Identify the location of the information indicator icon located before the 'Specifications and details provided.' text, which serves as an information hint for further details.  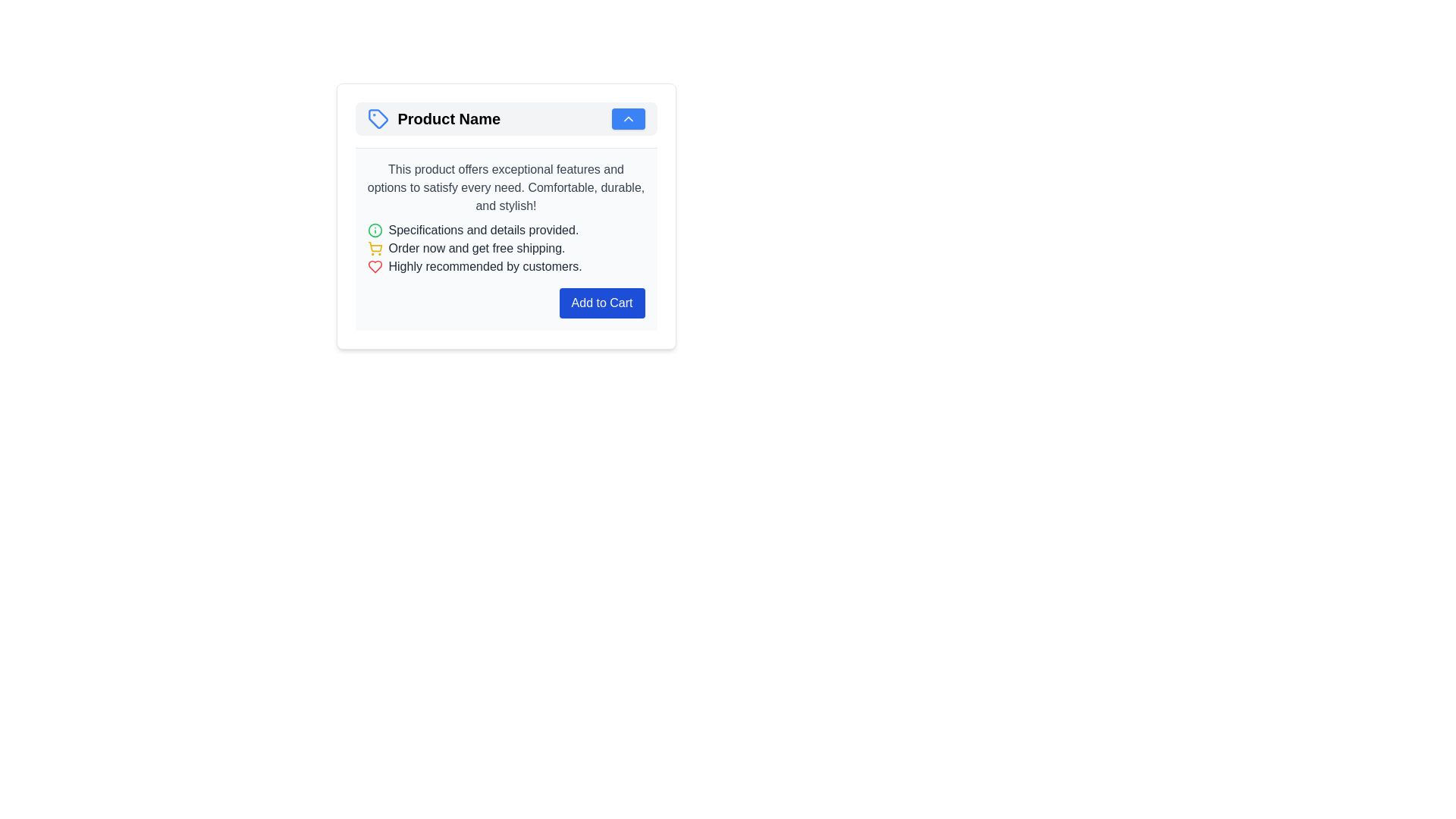
(375, 231).